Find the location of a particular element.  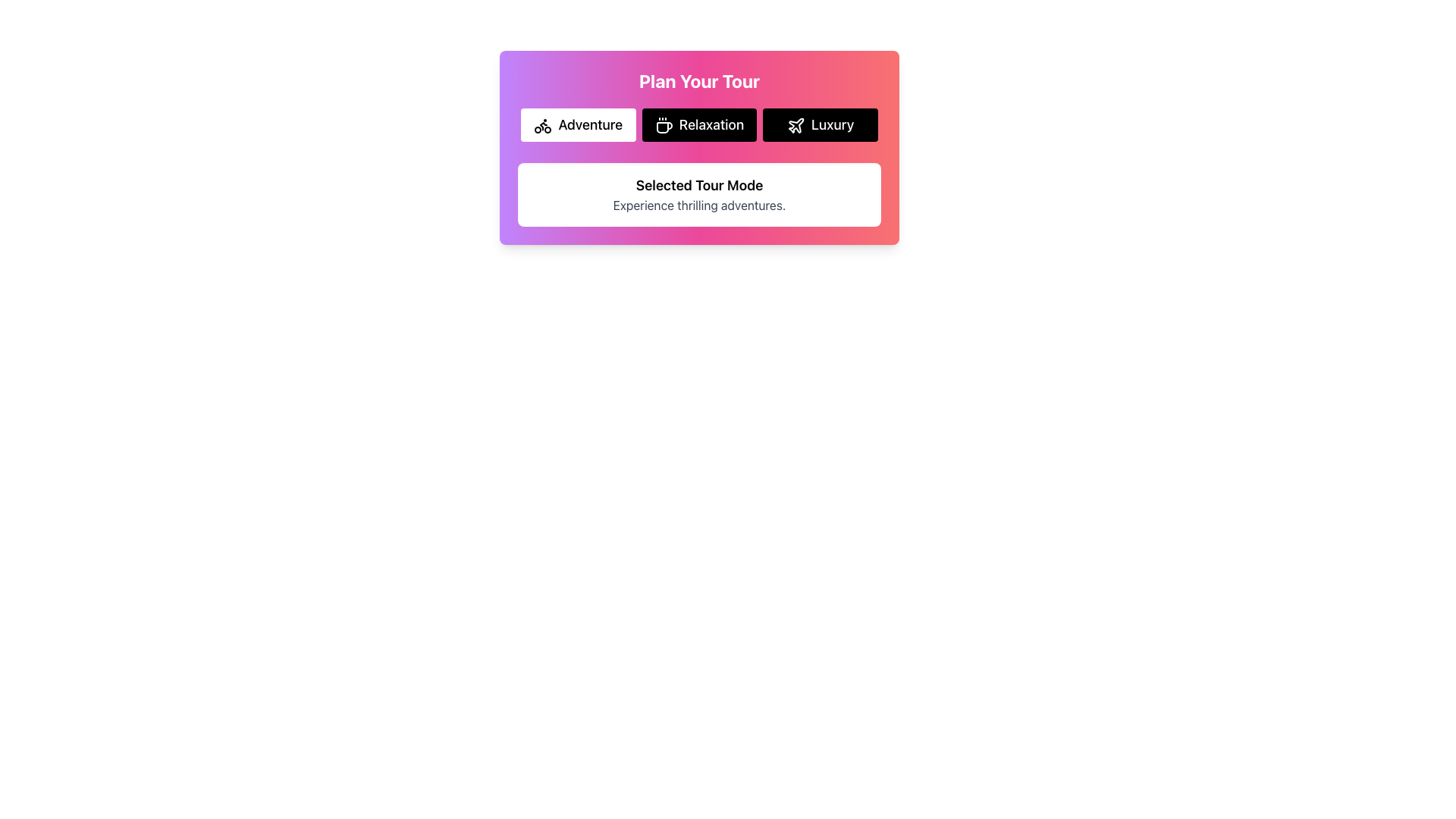

the 'Relaxation' button, the second button in a group of three horizontally aligned buttons, for accessibility navigation is located at coordinates (698, 124).